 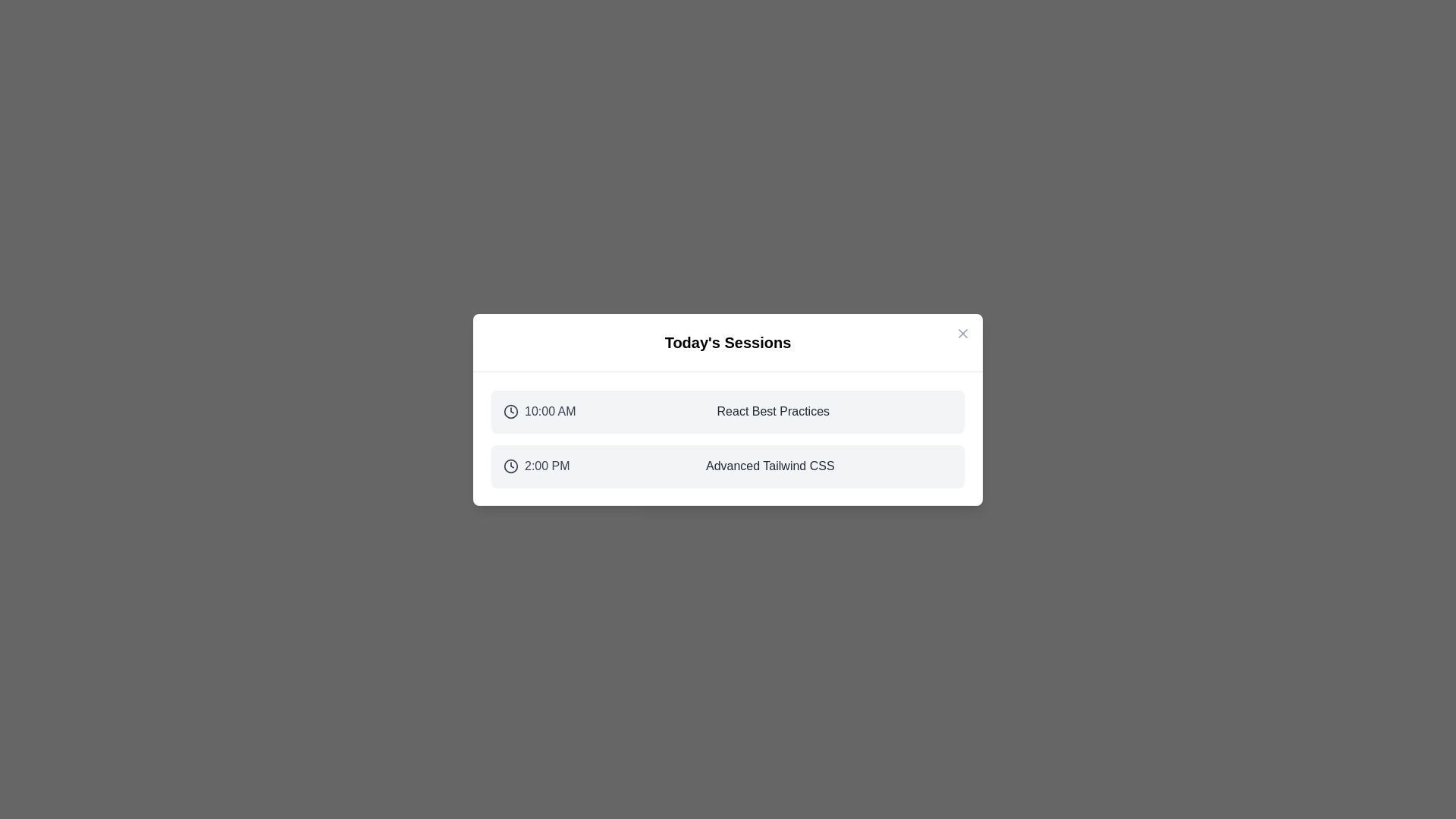 I want to click on the modal header text to focus on it, so click(x=728, y=342).